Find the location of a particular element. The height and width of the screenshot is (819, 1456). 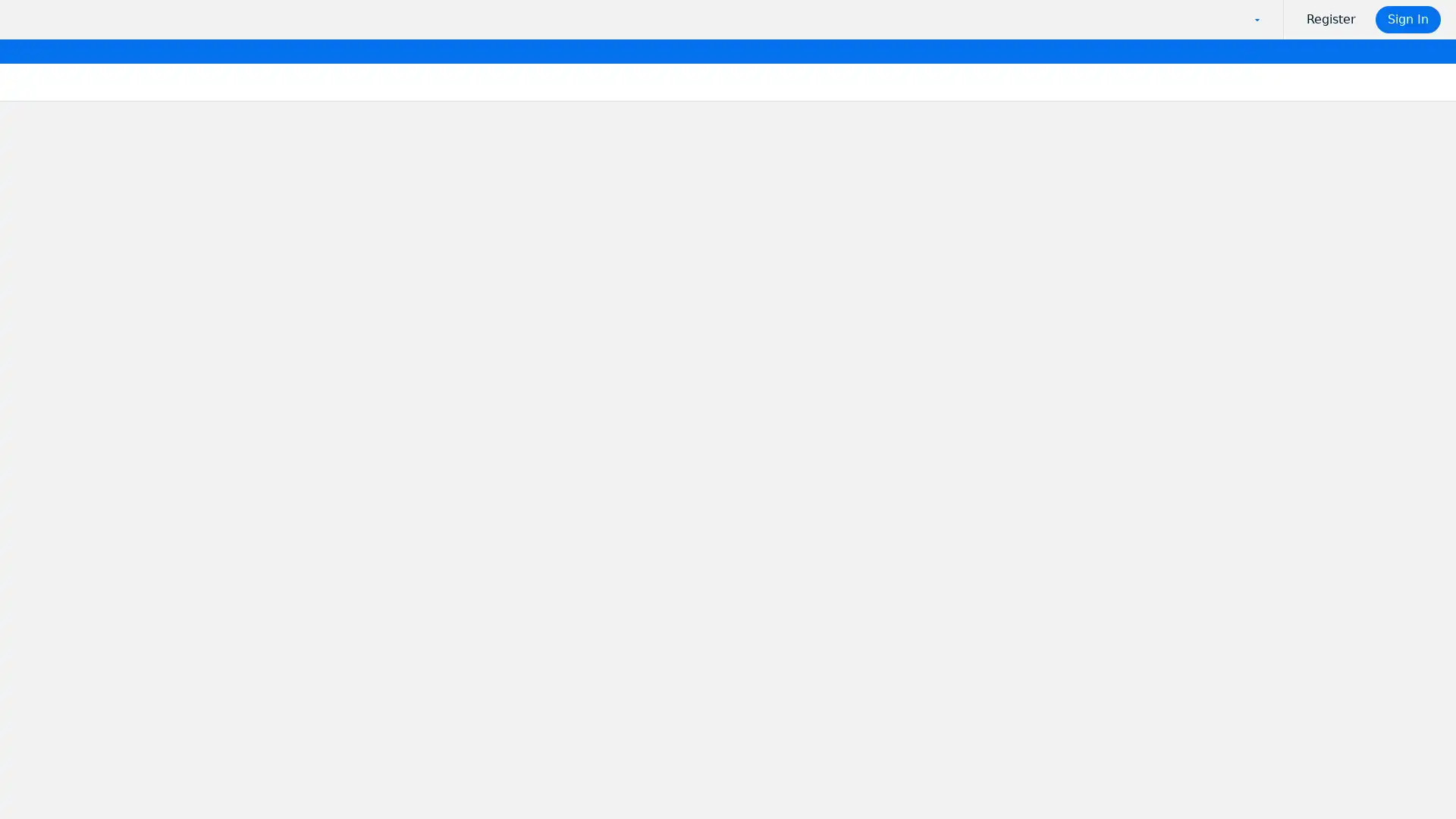

Cookie Preferences is located at coordinates (1028, 772).